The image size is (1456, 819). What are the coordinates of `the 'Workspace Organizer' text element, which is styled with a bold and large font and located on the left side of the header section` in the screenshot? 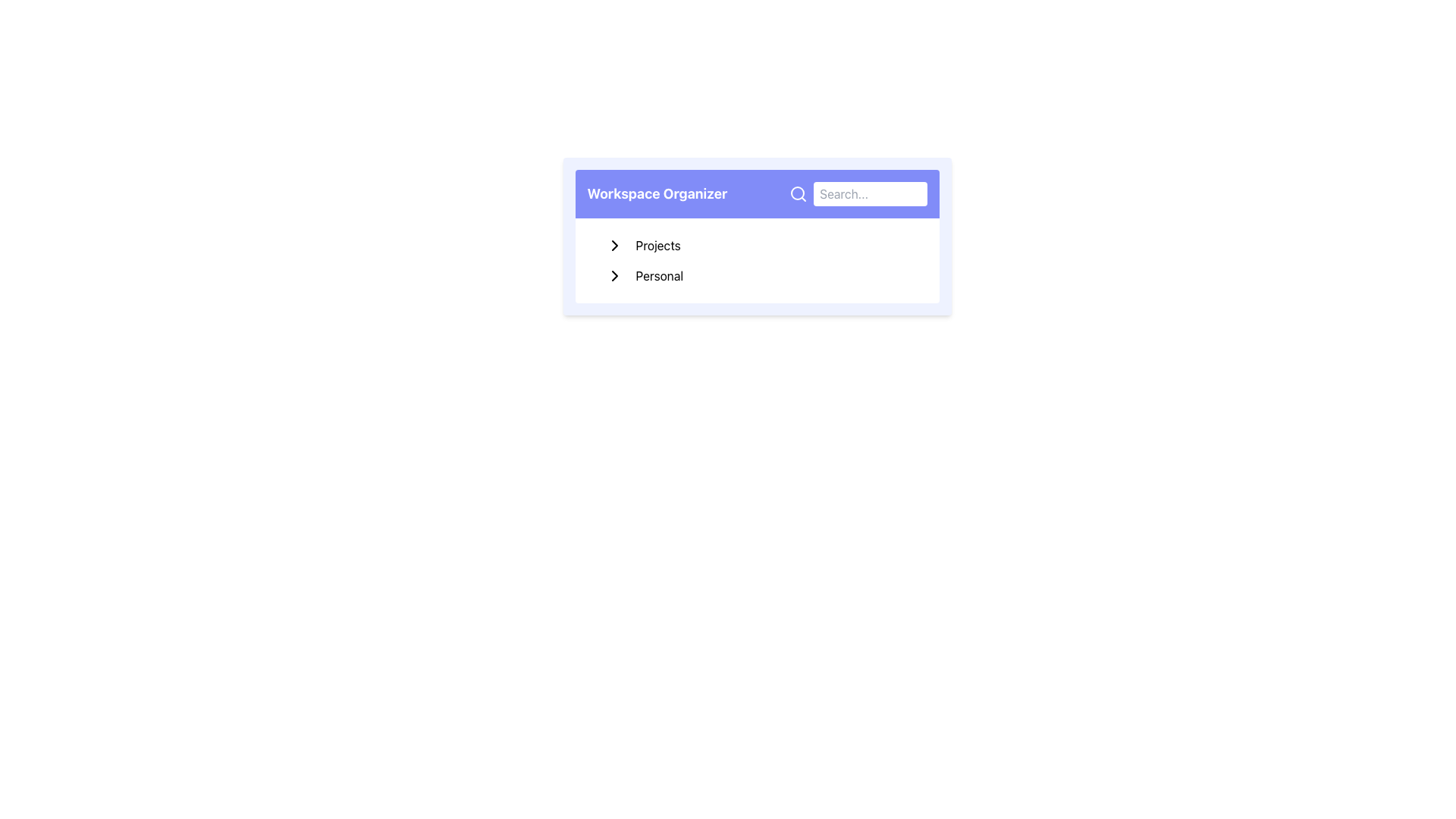 It's located at (657, 193).